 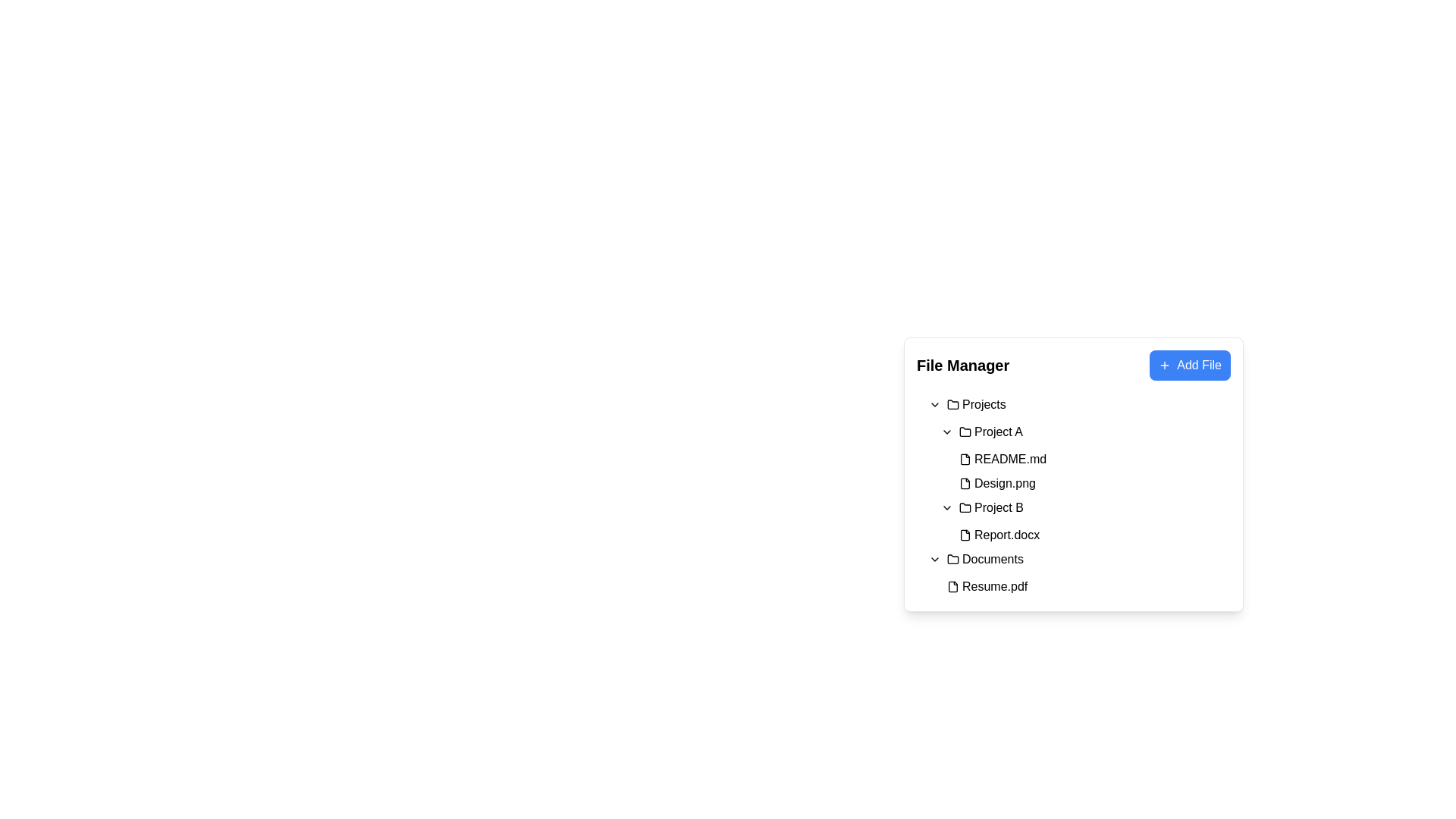 I want to click on the Dropdown Toggle Icon located to the left of the text 'Project A', so click(x=946, y=432).